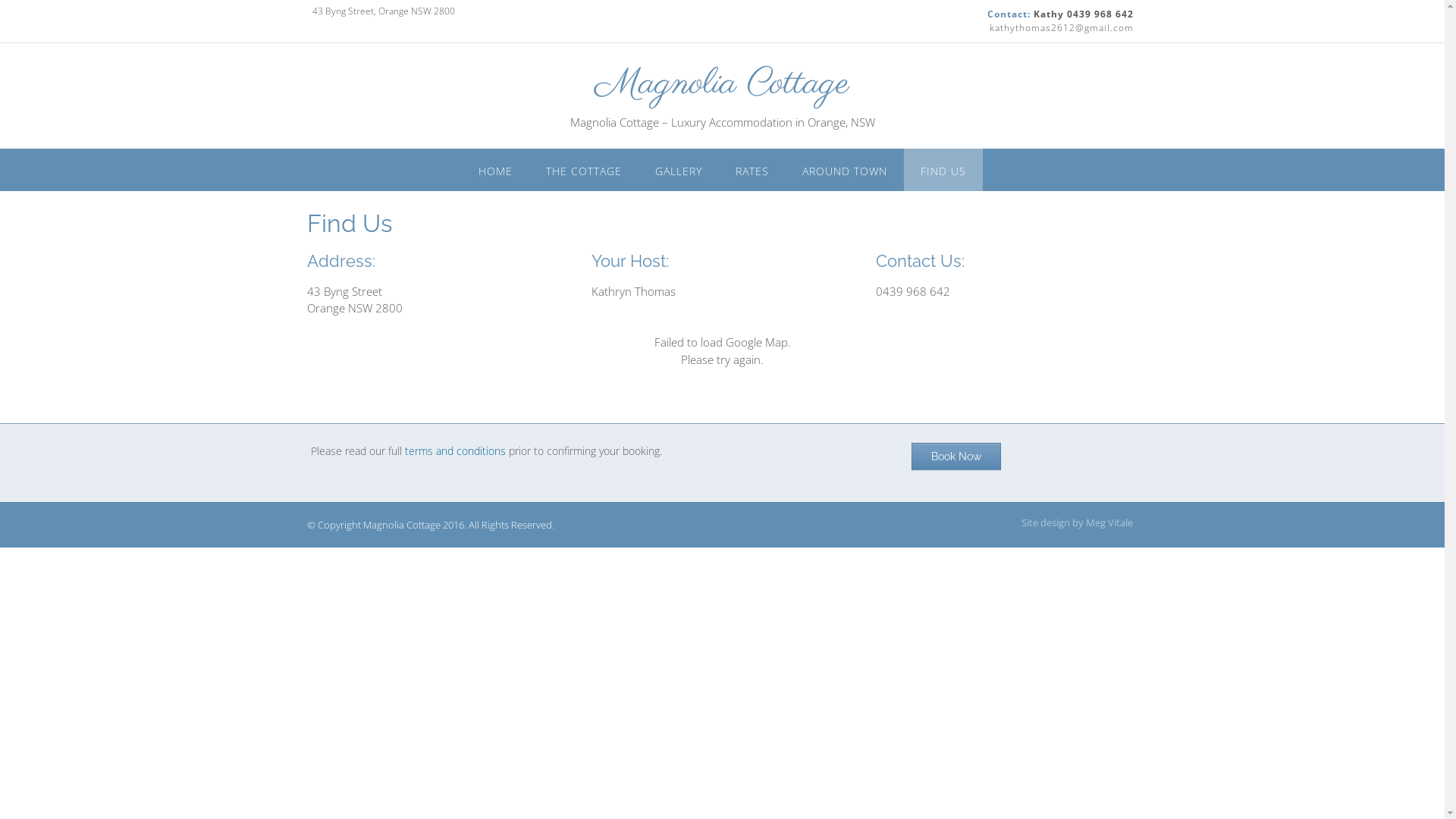 The height and width of the screenshot is (819, 1456). Describe the element at coordinates (677, 169) in the screenshot. I see `'GALLERY'` at that location.